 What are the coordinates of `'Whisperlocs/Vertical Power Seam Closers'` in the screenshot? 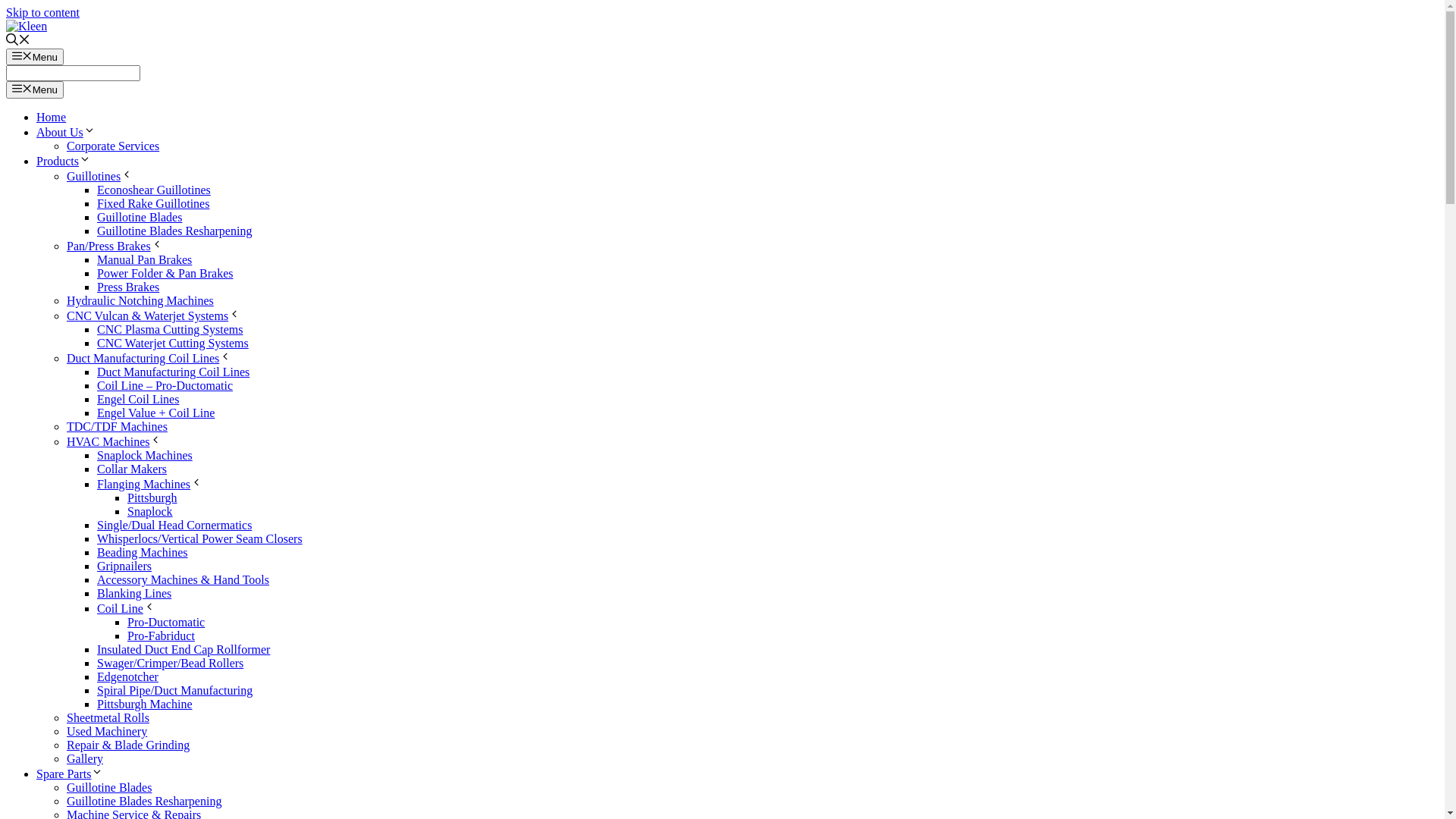 It's located at (199, 538).